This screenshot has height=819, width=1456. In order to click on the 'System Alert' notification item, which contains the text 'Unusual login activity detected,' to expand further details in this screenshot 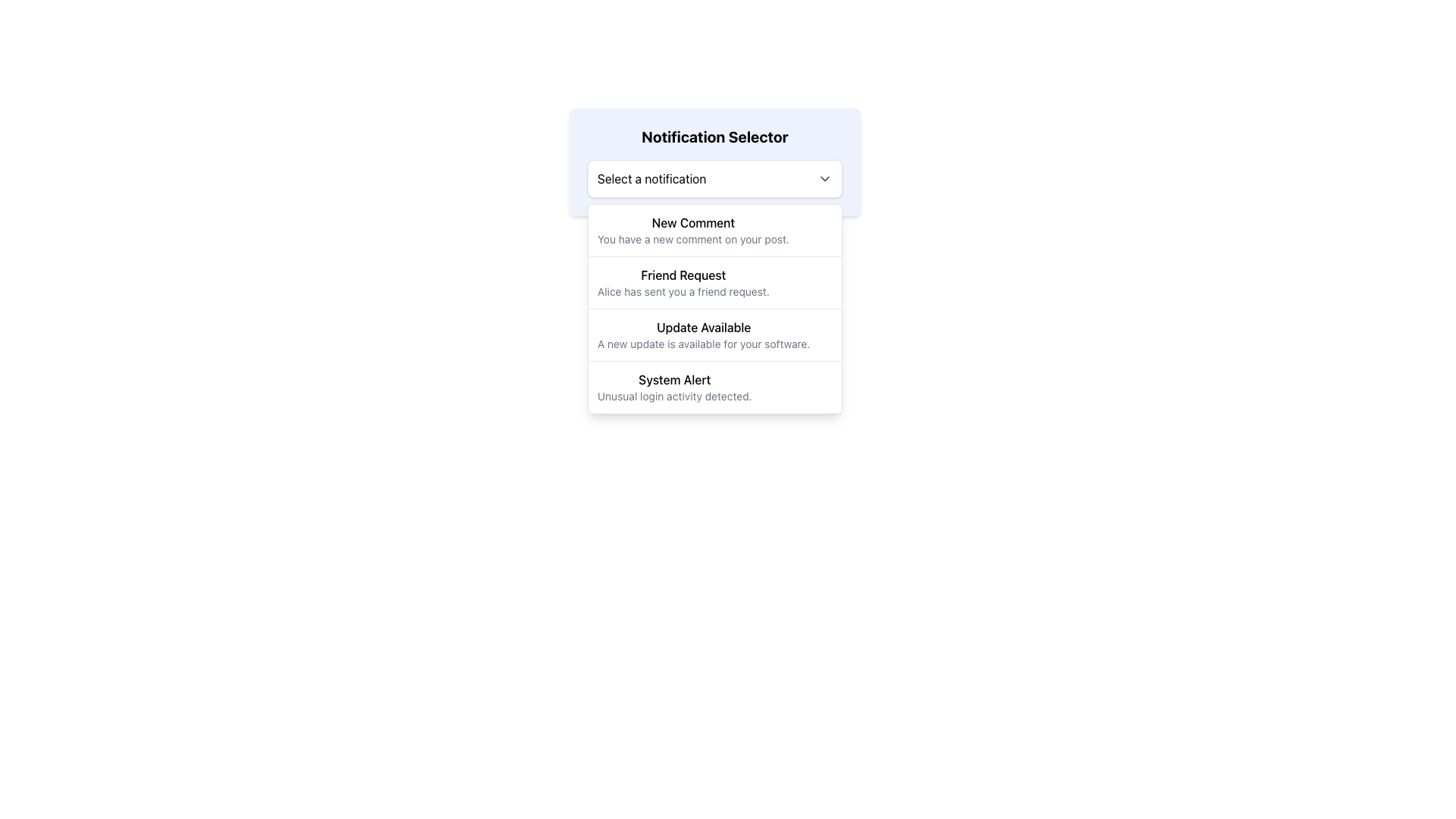, I will do `click(714, 387)`.